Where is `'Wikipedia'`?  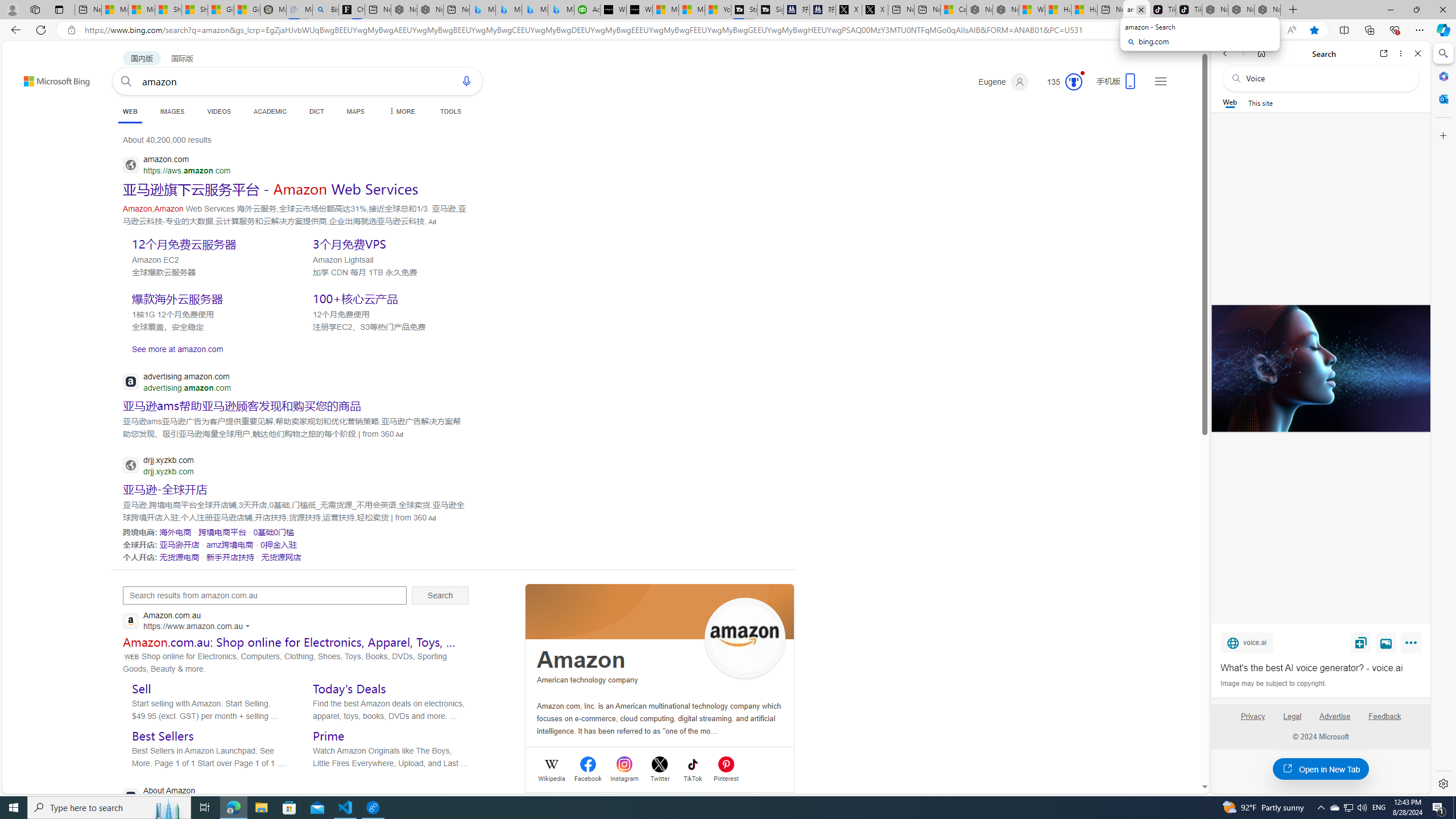 'Wikipedia' is located at coordinates (552, 777).